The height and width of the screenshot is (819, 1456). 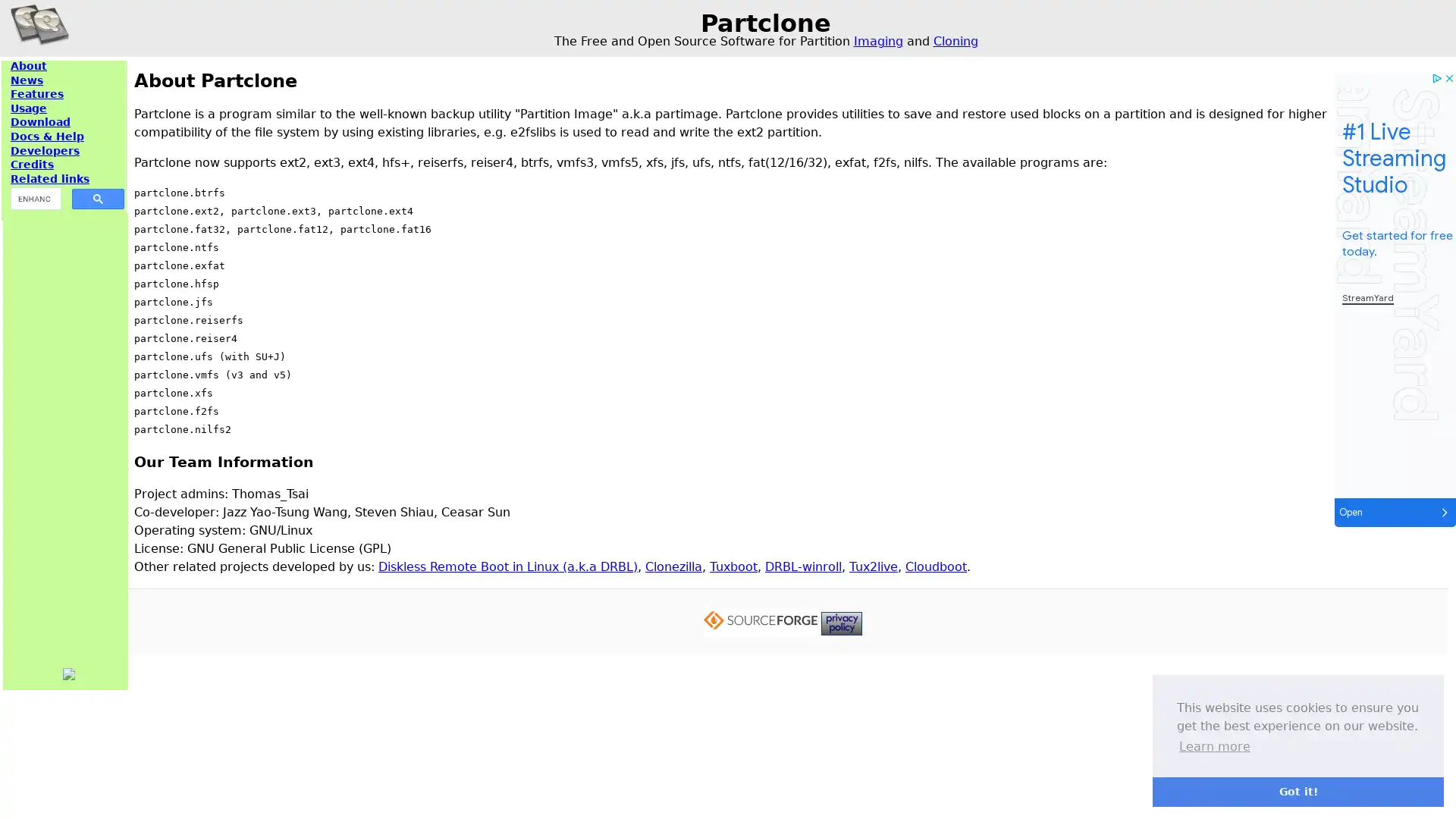 What do you see at coordinates (1215, 745) in the screenshot?
I see `learn more about cookies` at bounding box center [1215, 745].